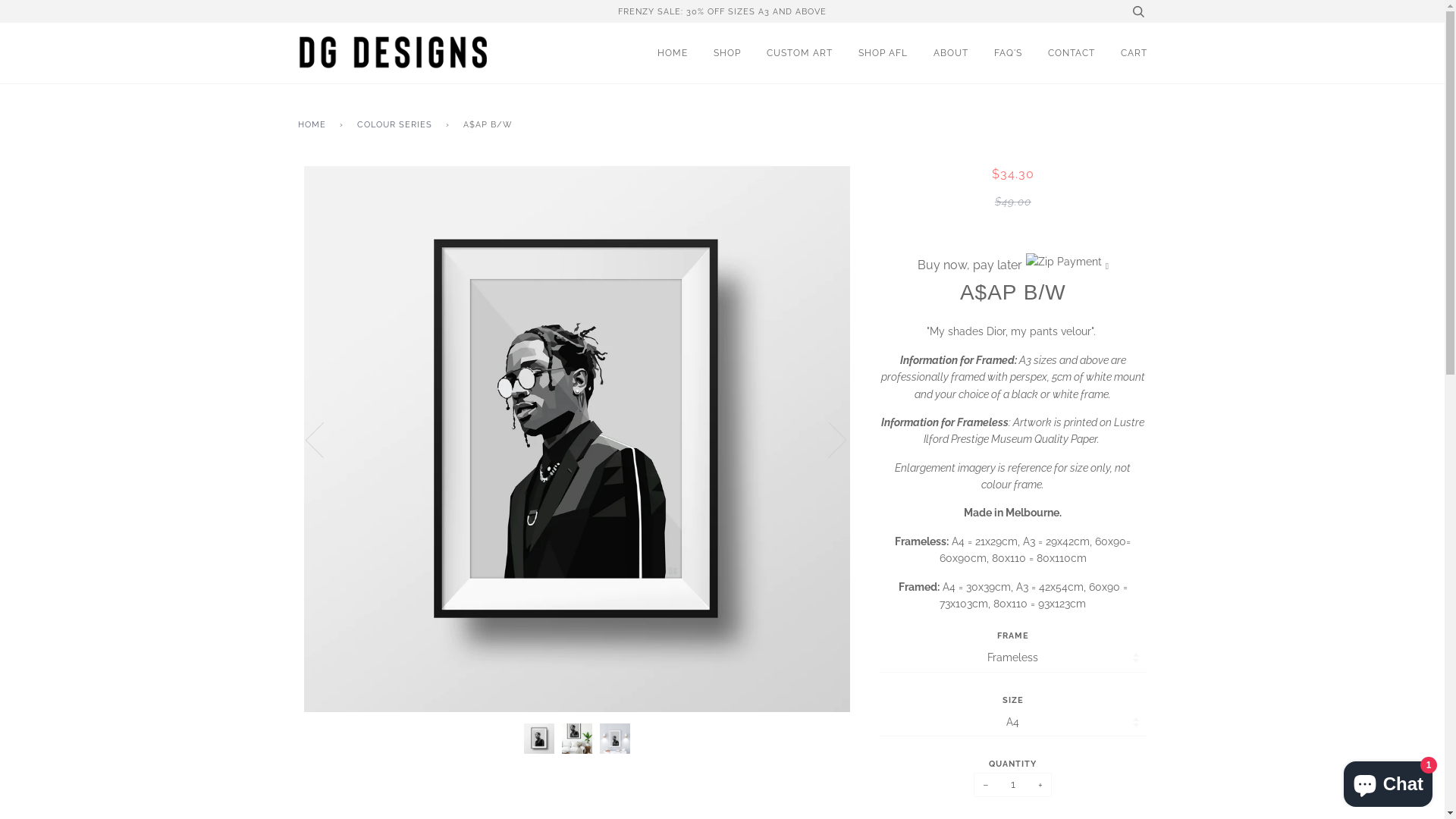 This screenshot has height=819, width=1456. Describe the element at coordinates (1134, 52) in the screenshot. I see `'CART'` at that location.